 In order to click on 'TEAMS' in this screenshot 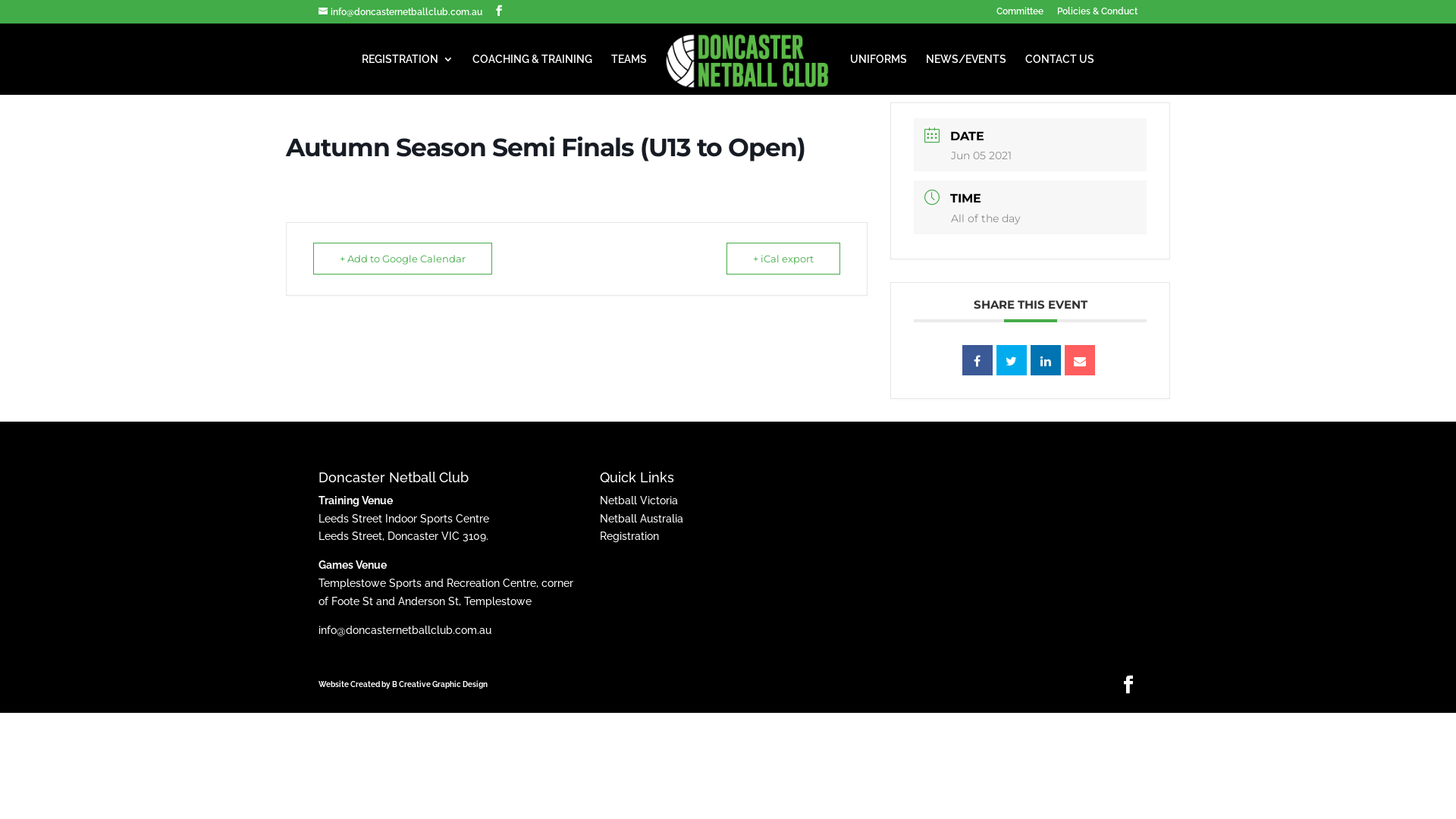, I will do `click(629, 74)`.